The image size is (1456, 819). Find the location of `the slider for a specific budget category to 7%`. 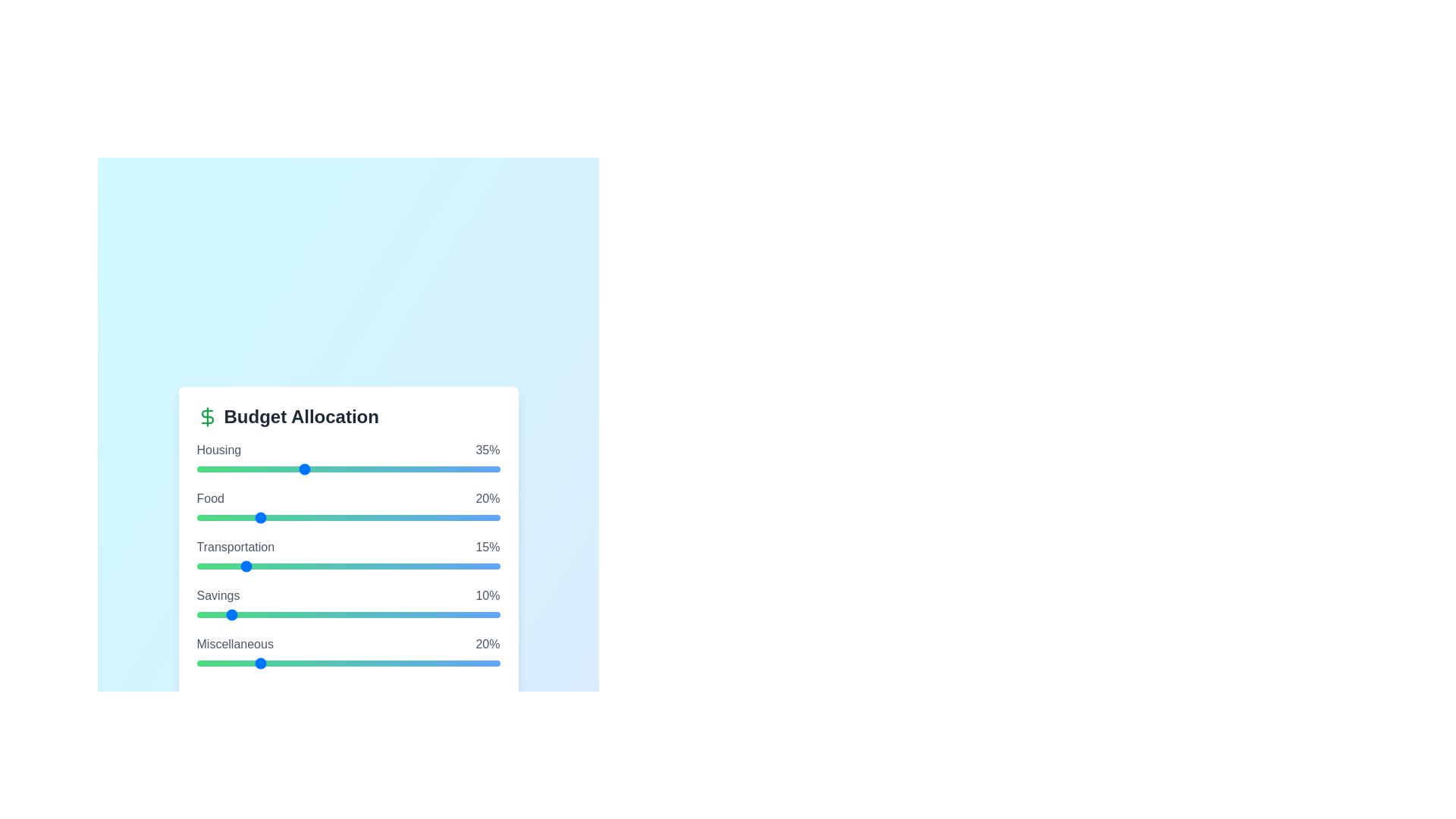

the slider for a specific budget category to 7% is located at coordinates (217, 468).